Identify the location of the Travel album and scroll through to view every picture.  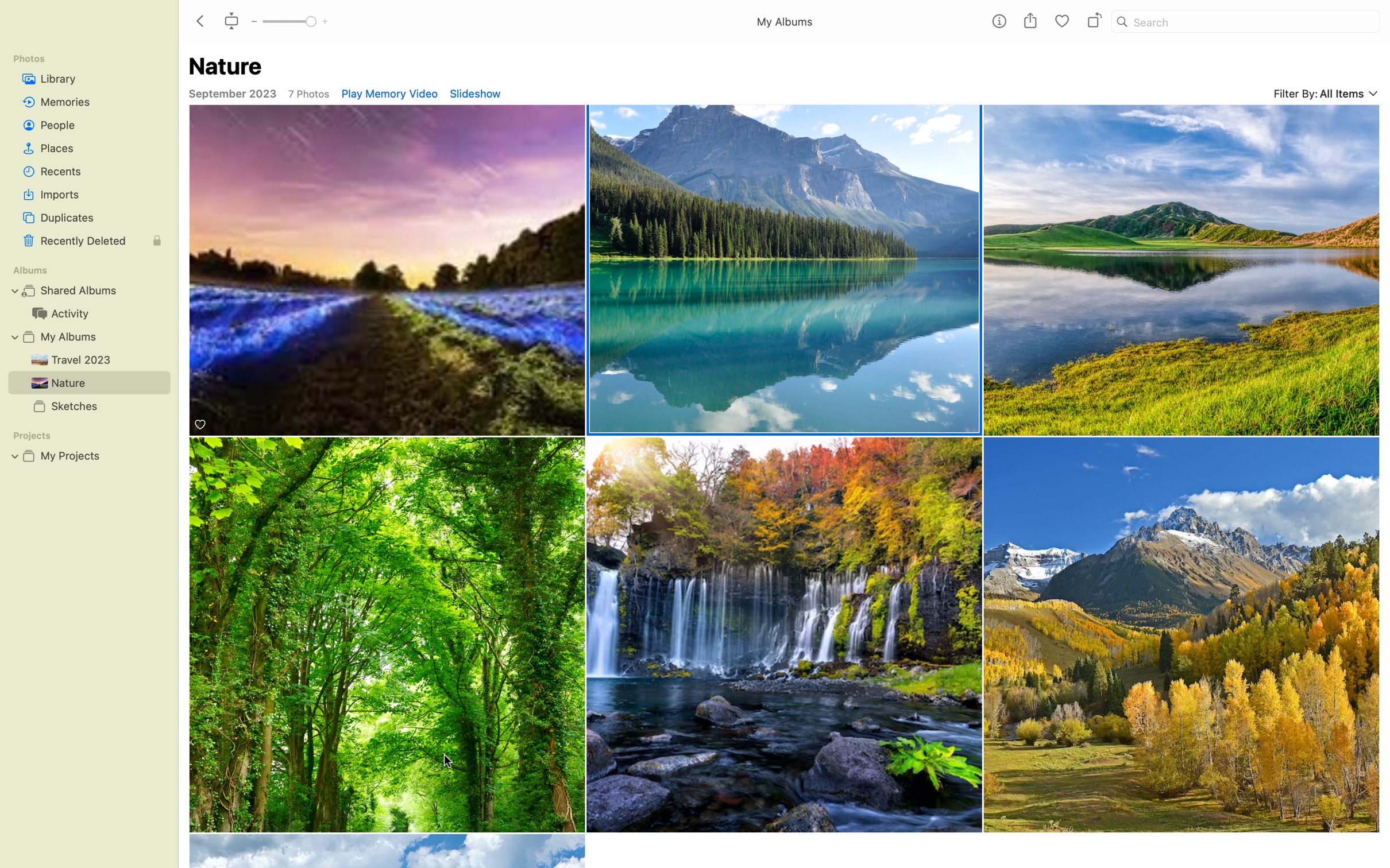
(87, 358).